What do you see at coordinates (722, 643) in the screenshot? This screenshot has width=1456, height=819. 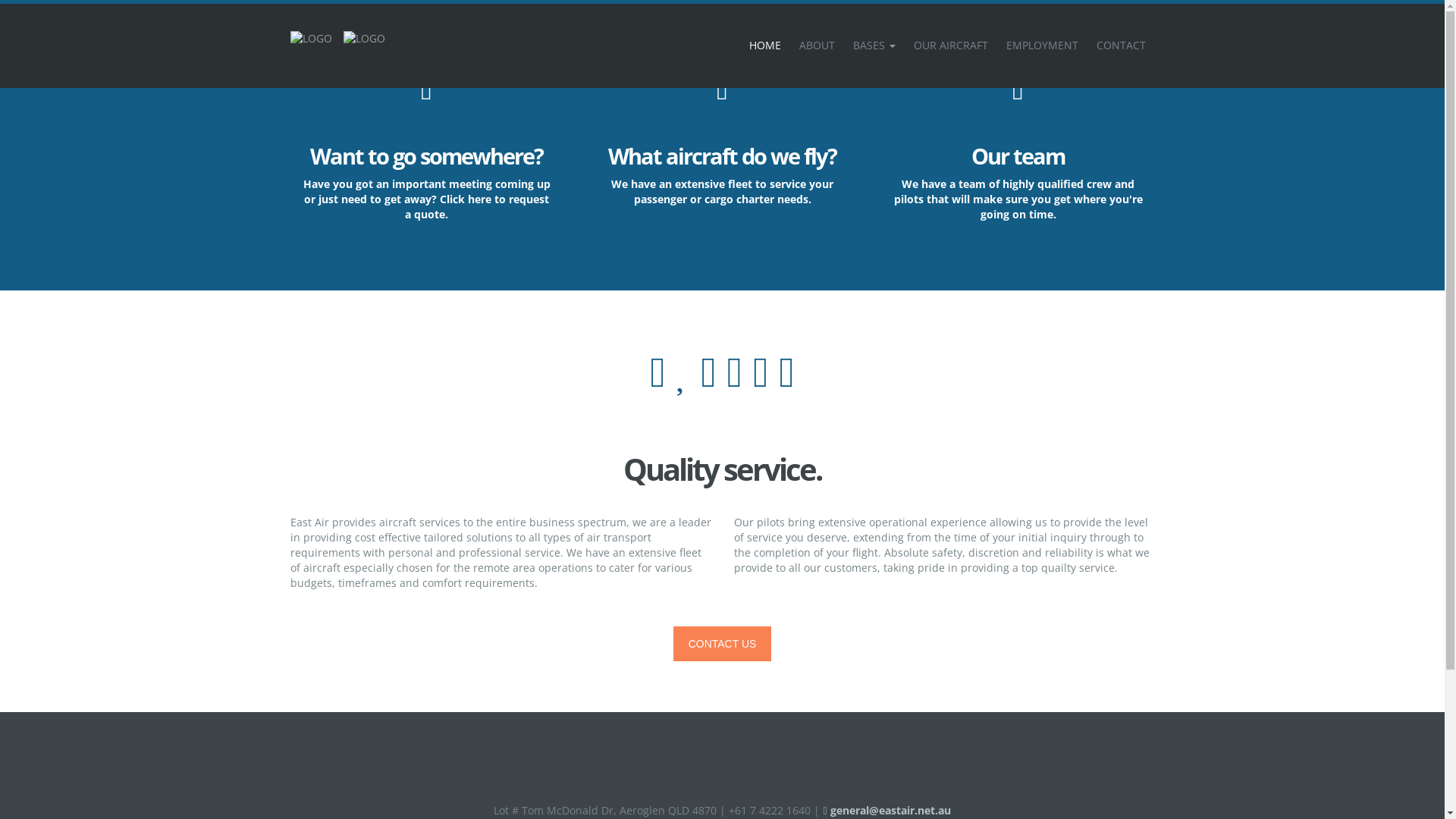 I see `'CONTACT US'` at bounding box center [722, 643].